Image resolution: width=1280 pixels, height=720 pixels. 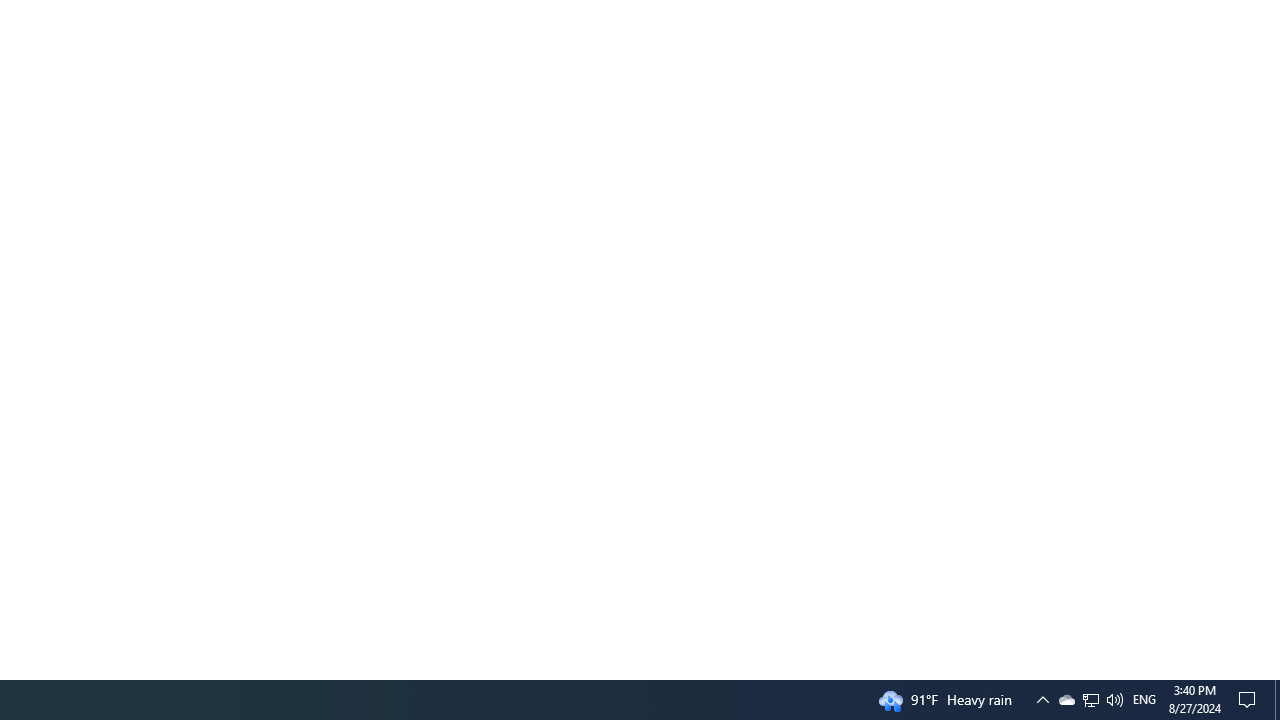 I want to click on 'Notification Chevron', so click(x=1089, y=698).